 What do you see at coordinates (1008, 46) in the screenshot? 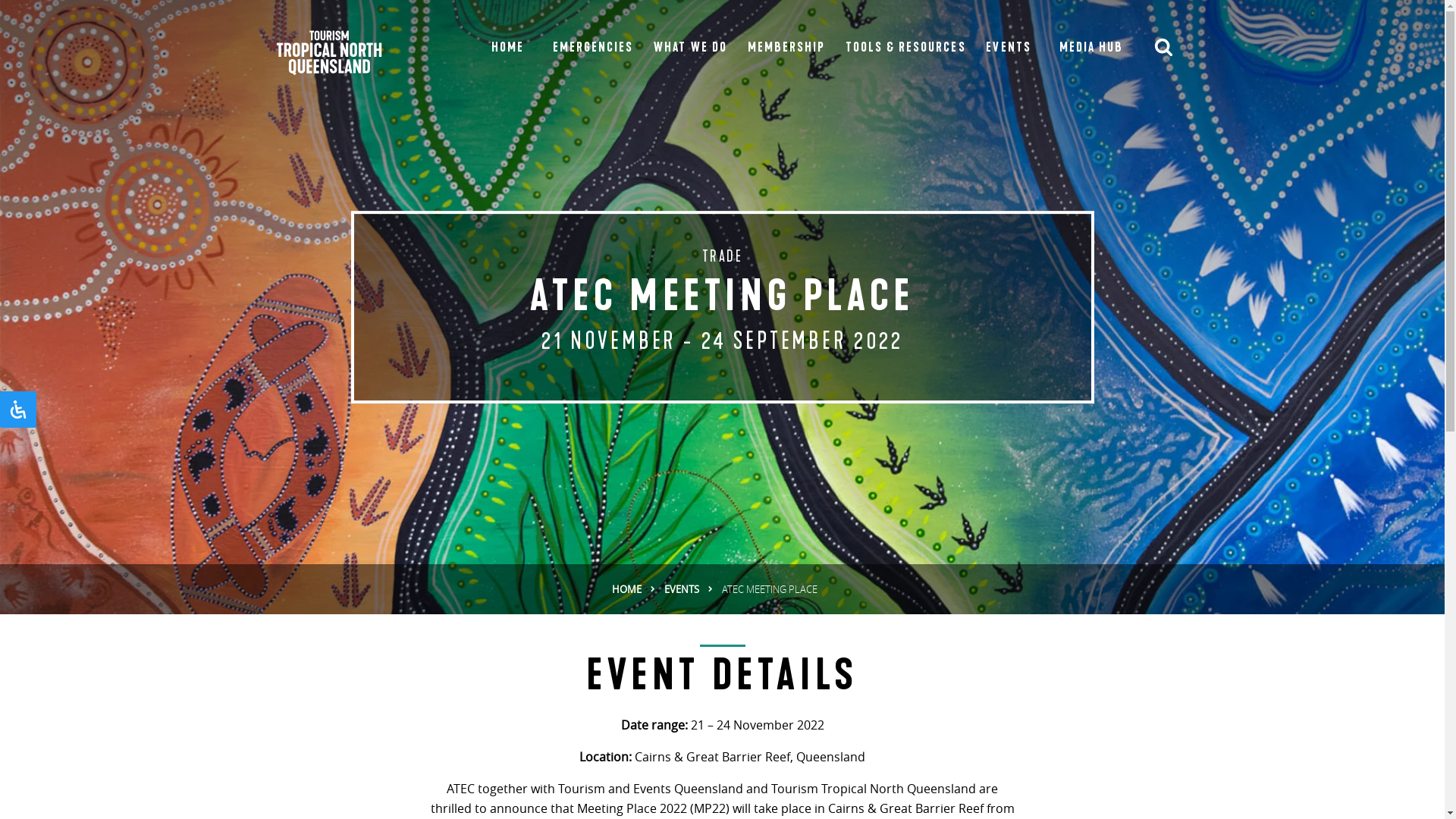
I see `'EVENTS'` at bounding box center [1008, 46].